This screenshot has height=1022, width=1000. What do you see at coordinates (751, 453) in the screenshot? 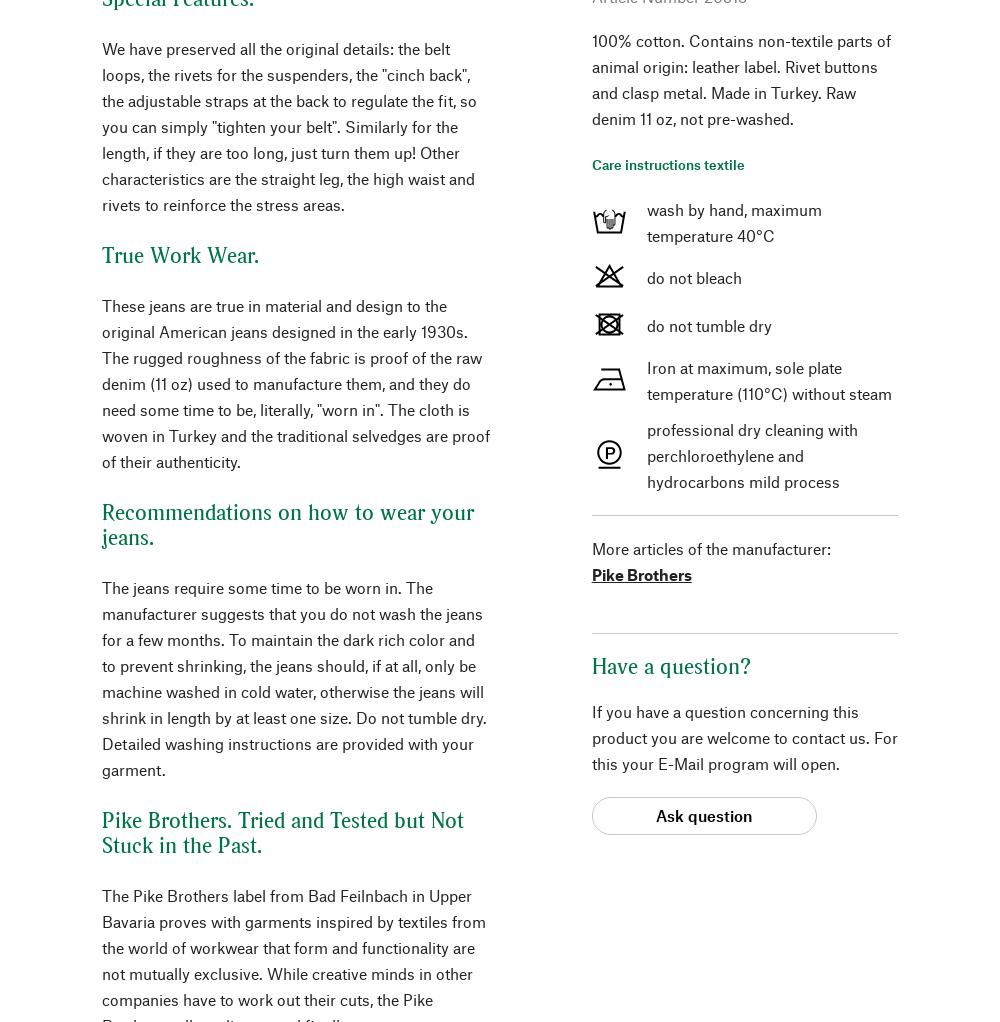
I see `'professional dry cleaning with perchloroethylene and hydrocarbons mild process'` at bounding box center [751, 453].